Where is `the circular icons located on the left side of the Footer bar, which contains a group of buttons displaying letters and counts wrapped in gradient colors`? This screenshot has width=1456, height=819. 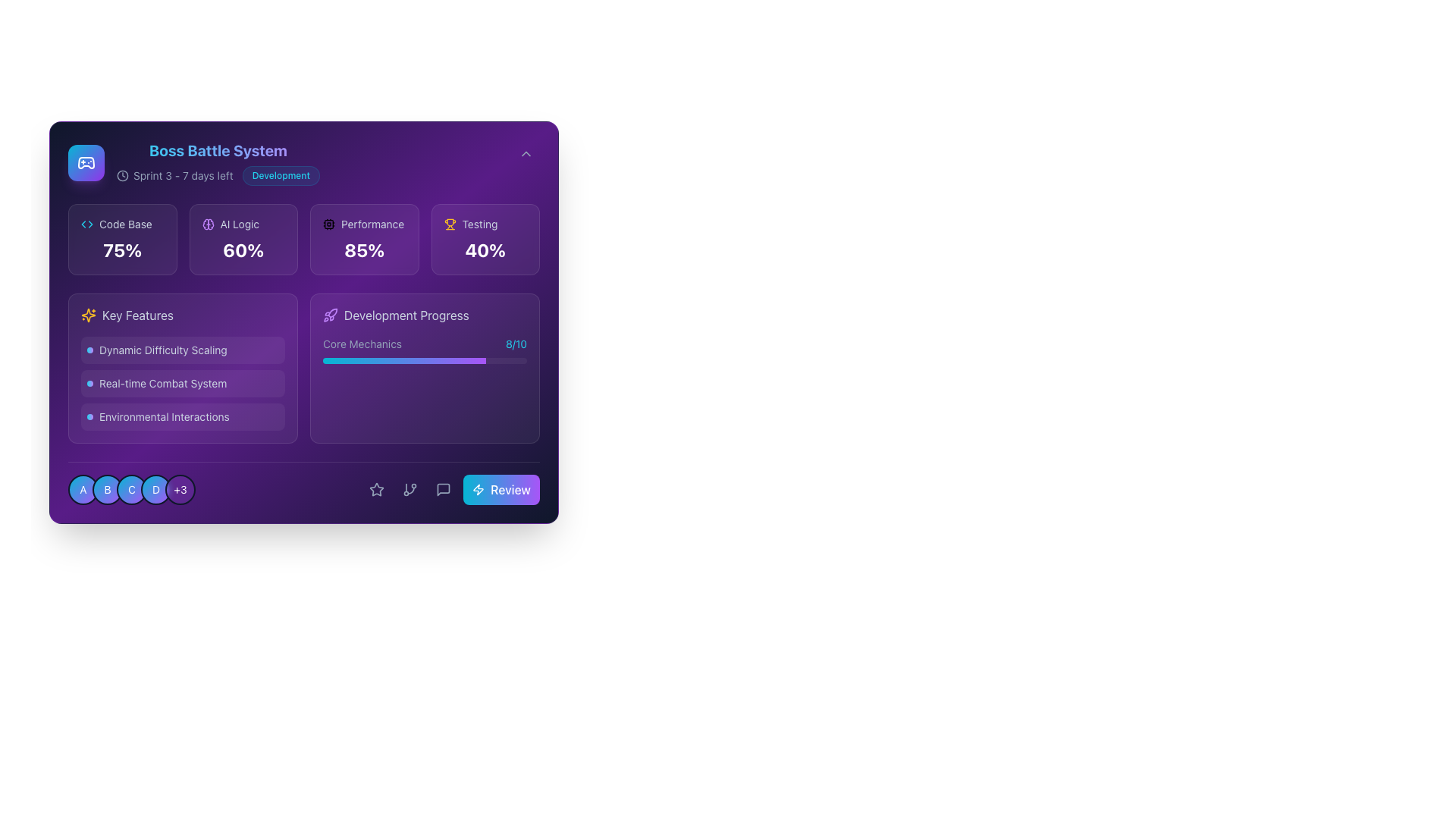 the circular icons located on the left side of the Footer bar, which contains a group of buttons displaying letters and counts wrapped in gradient colors is located at coordinates (303, 483).